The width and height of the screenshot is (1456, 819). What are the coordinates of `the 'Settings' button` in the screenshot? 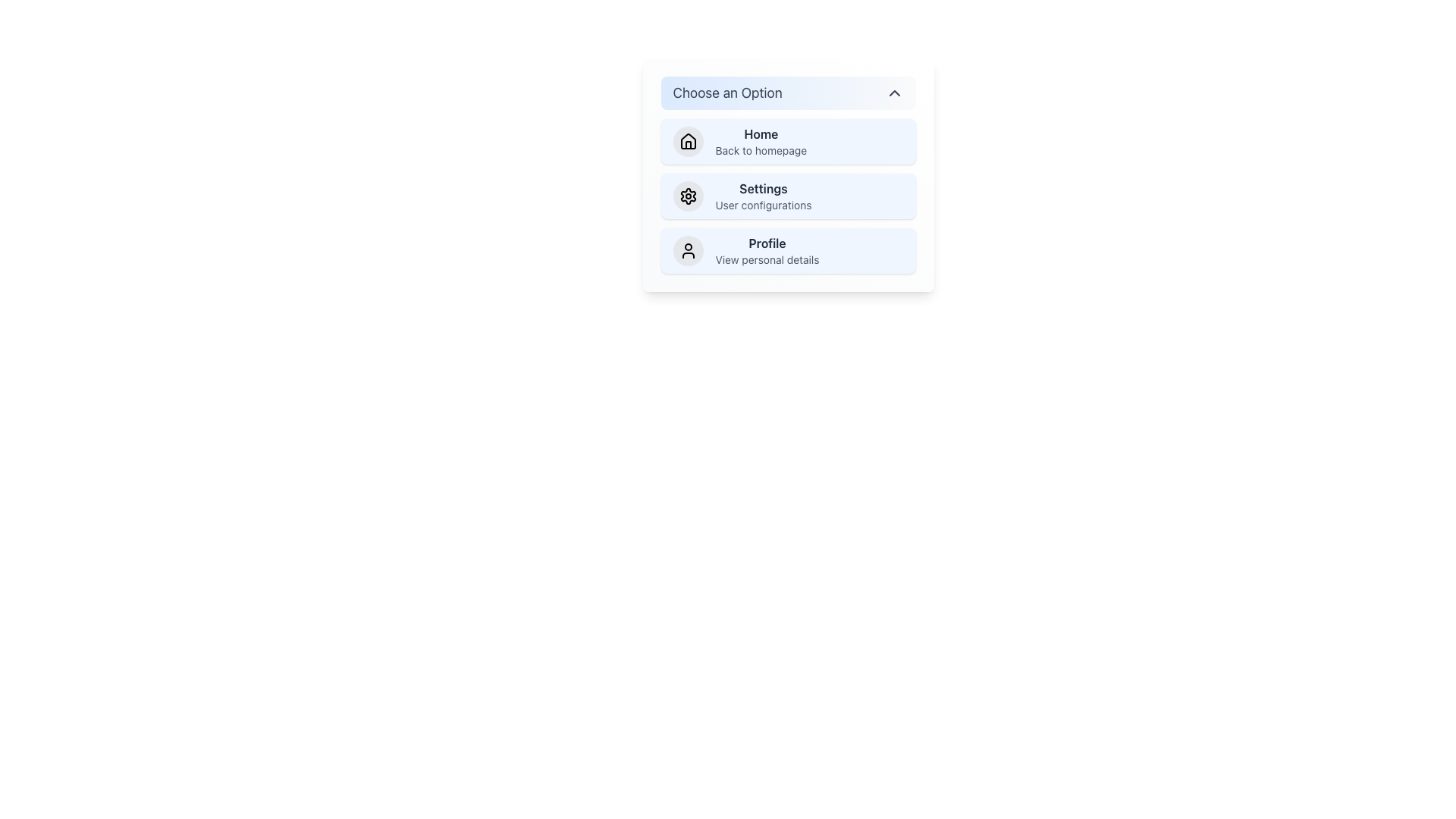 It's located at (788, 195).